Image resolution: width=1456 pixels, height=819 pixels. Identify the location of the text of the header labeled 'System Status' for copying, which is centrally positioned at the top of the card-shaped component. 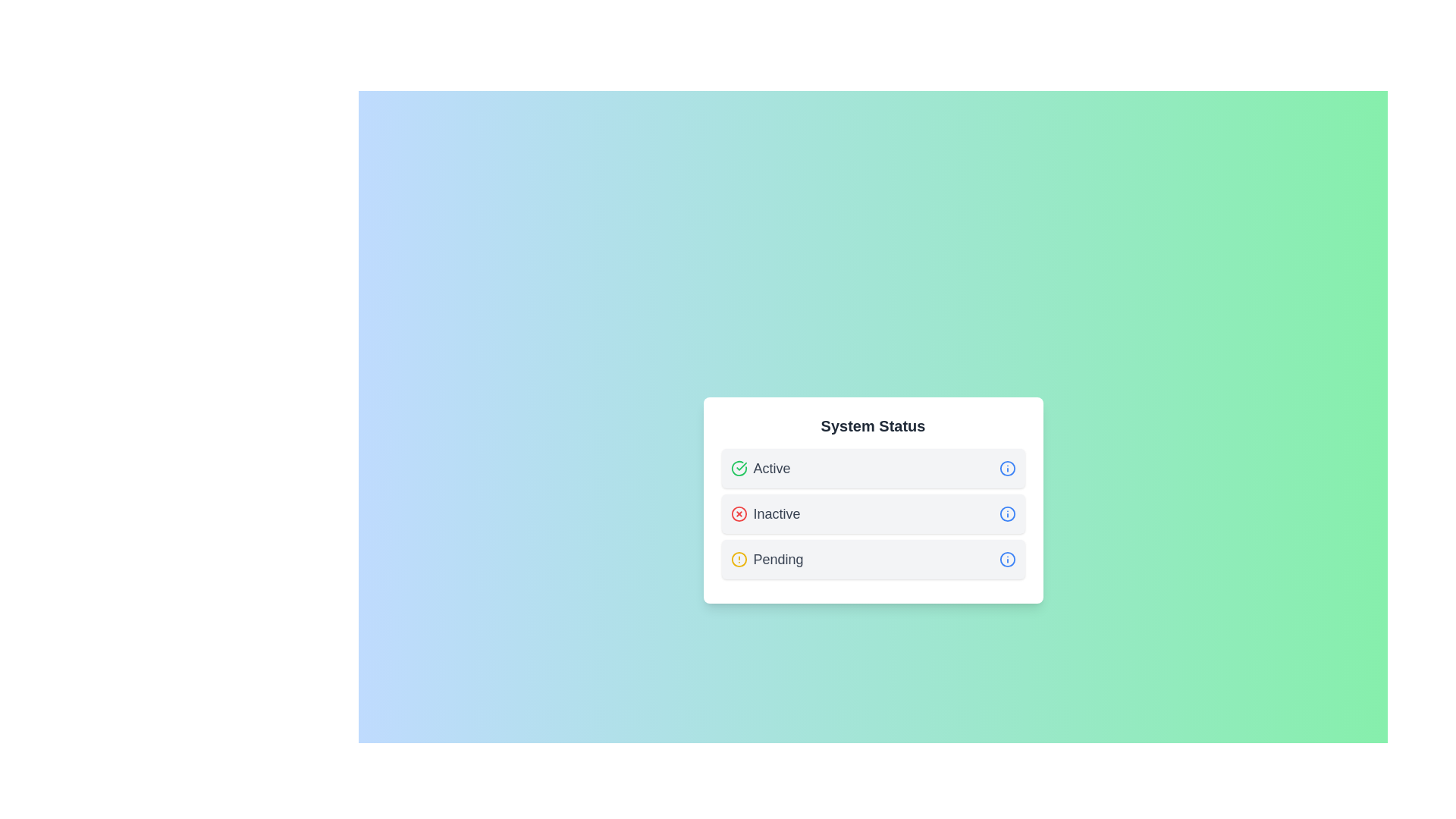
(873, 426).